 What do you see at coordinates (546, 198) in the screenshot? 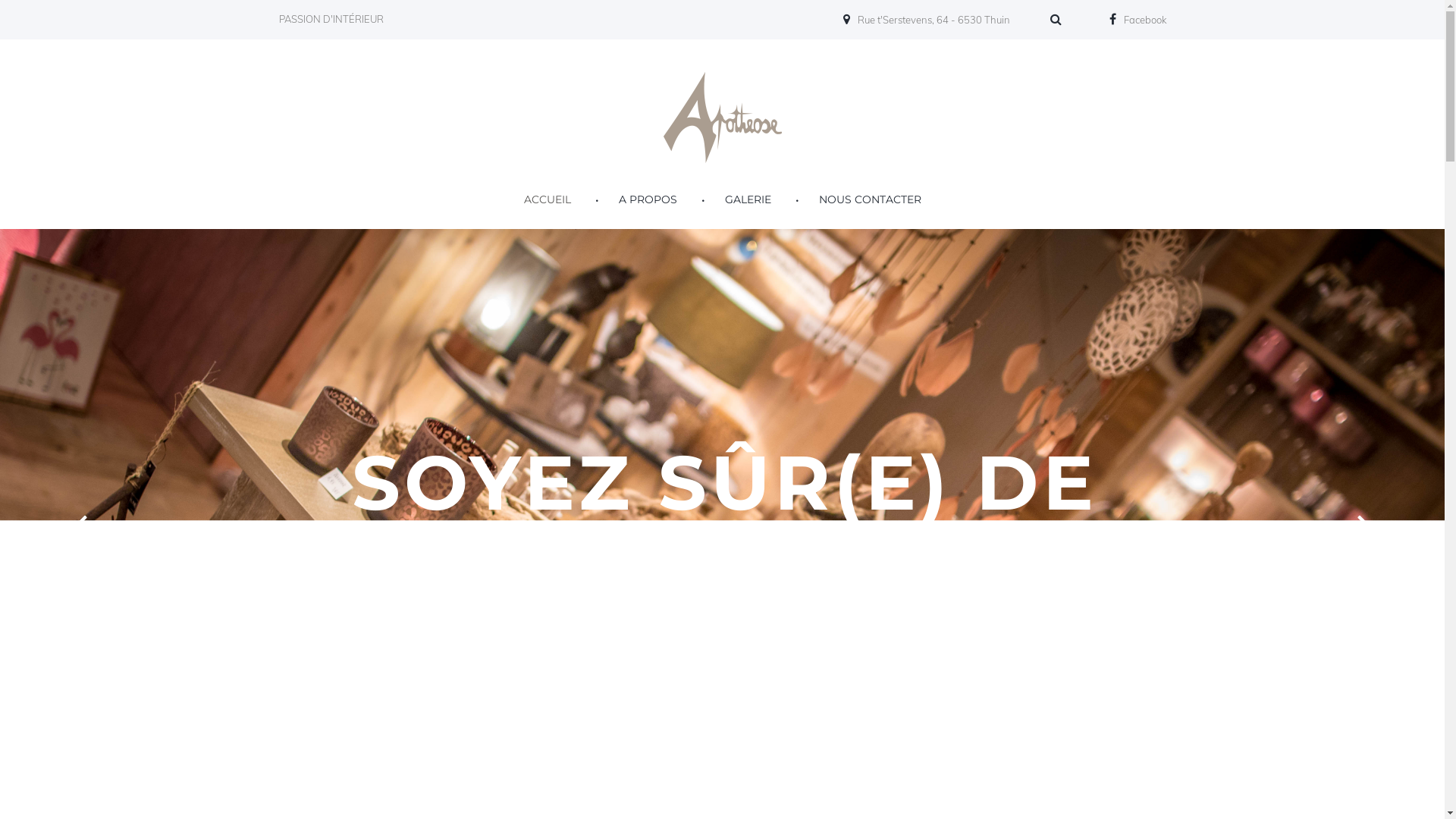
I see `'ACCUEIL'` at bounding box center [546, 198].